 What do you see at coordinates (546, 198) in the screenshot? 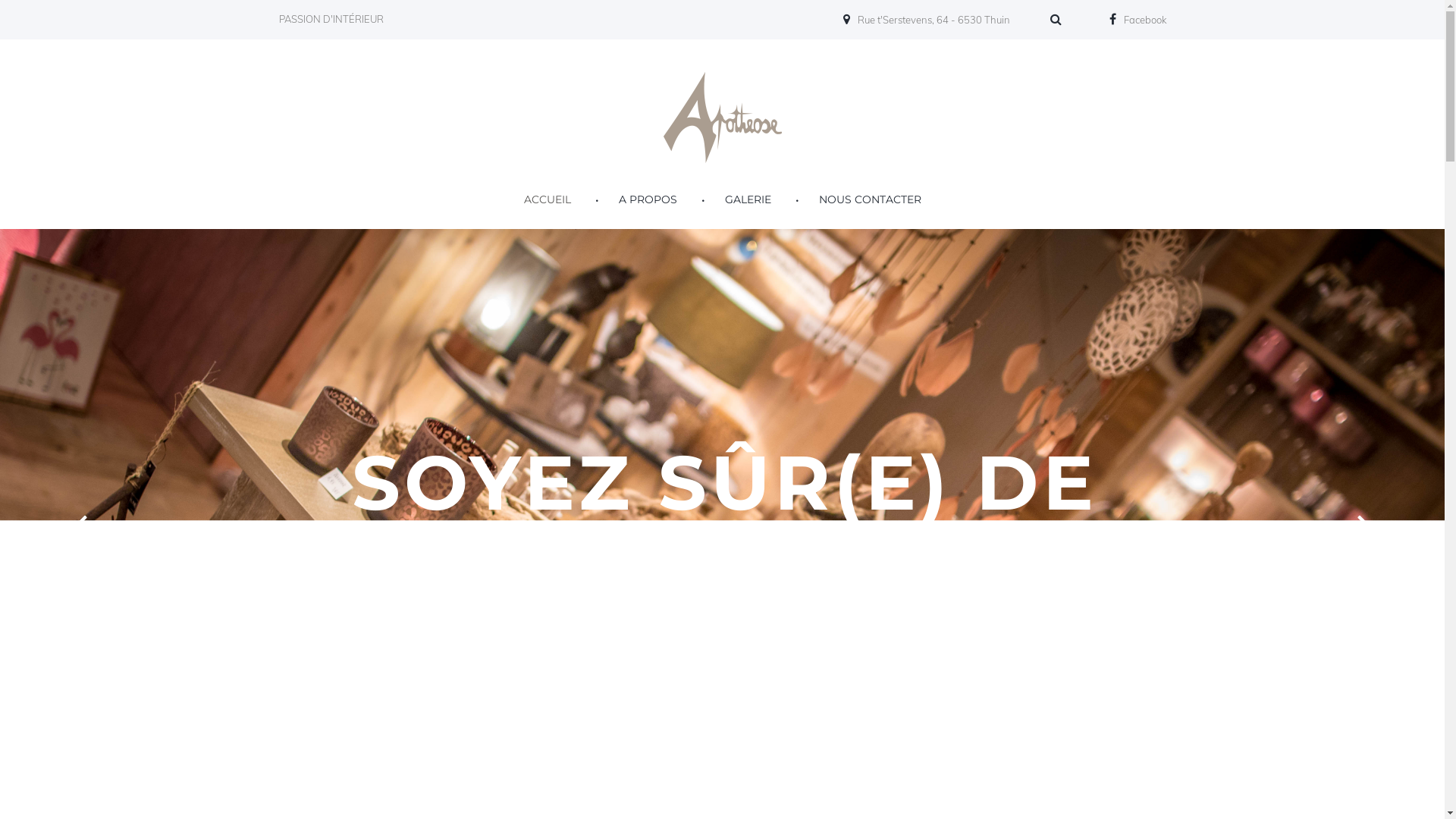
I see `'ACCUEIL'` at bounding box center [546, 198].